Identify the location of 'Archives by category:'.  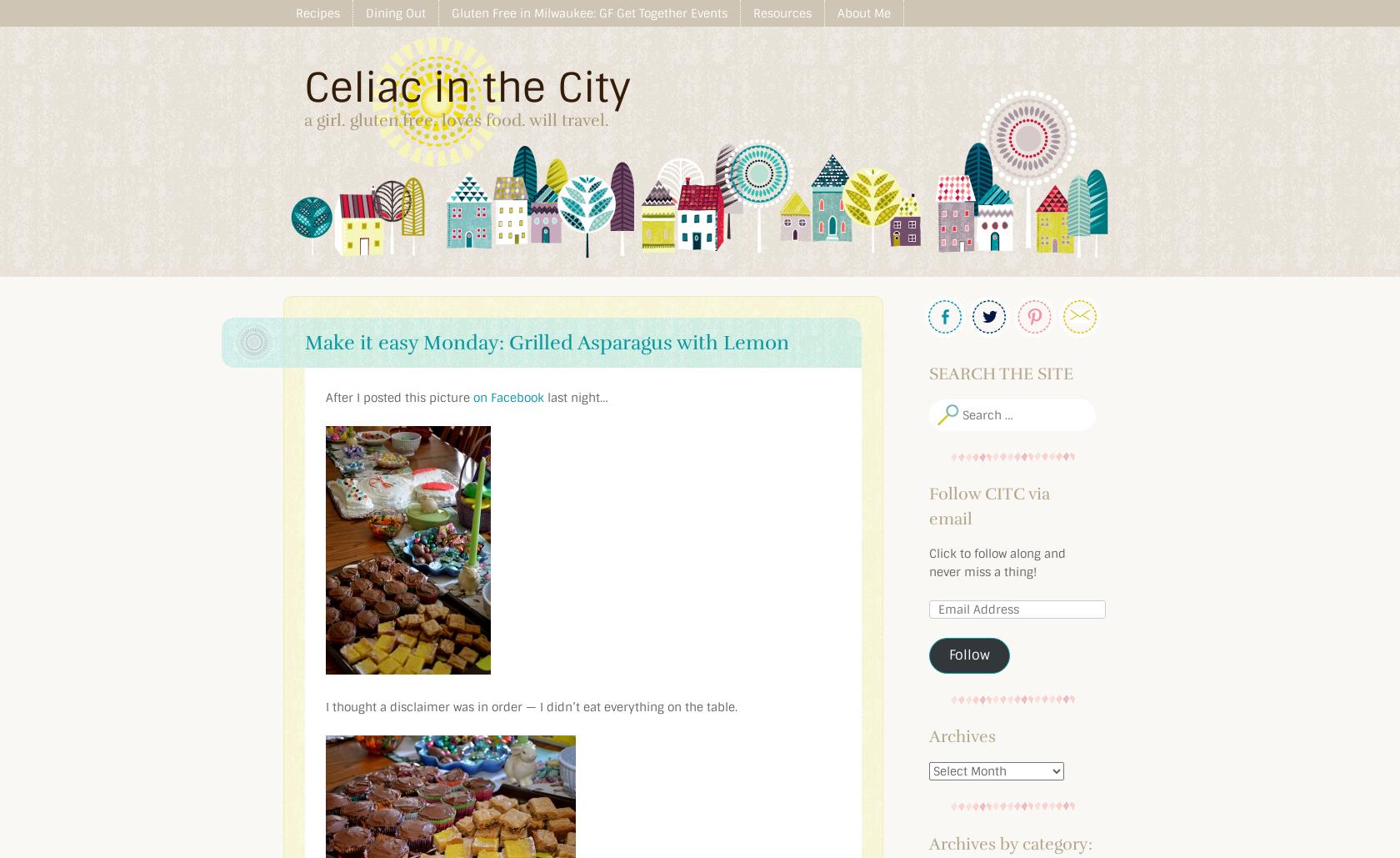
(1010, 842).